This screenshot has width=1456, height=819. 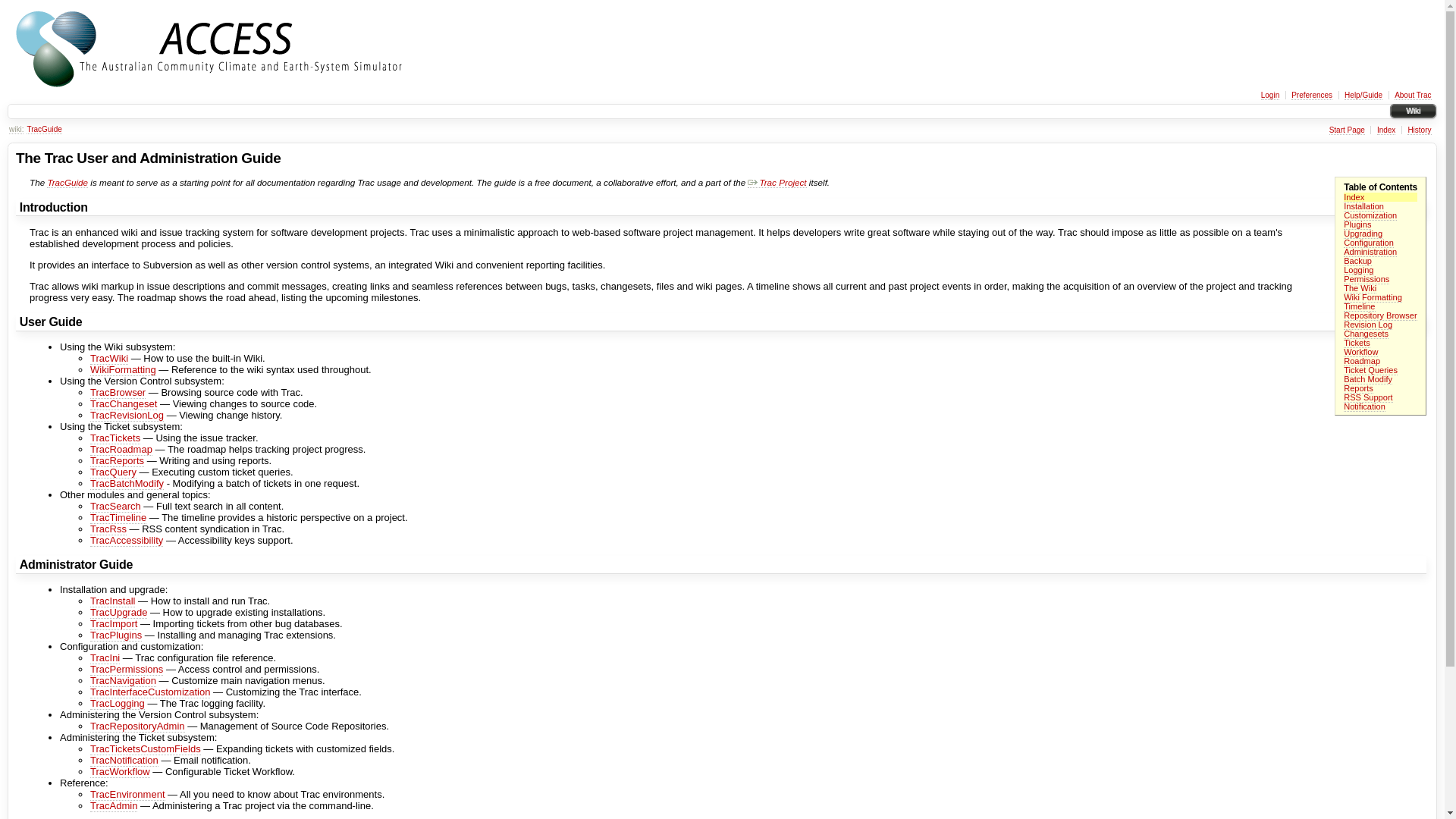 What do you see at coordinates (1358, 269) in the screenshot?
I see `'Logging'` at bounding box center [1358, 269].